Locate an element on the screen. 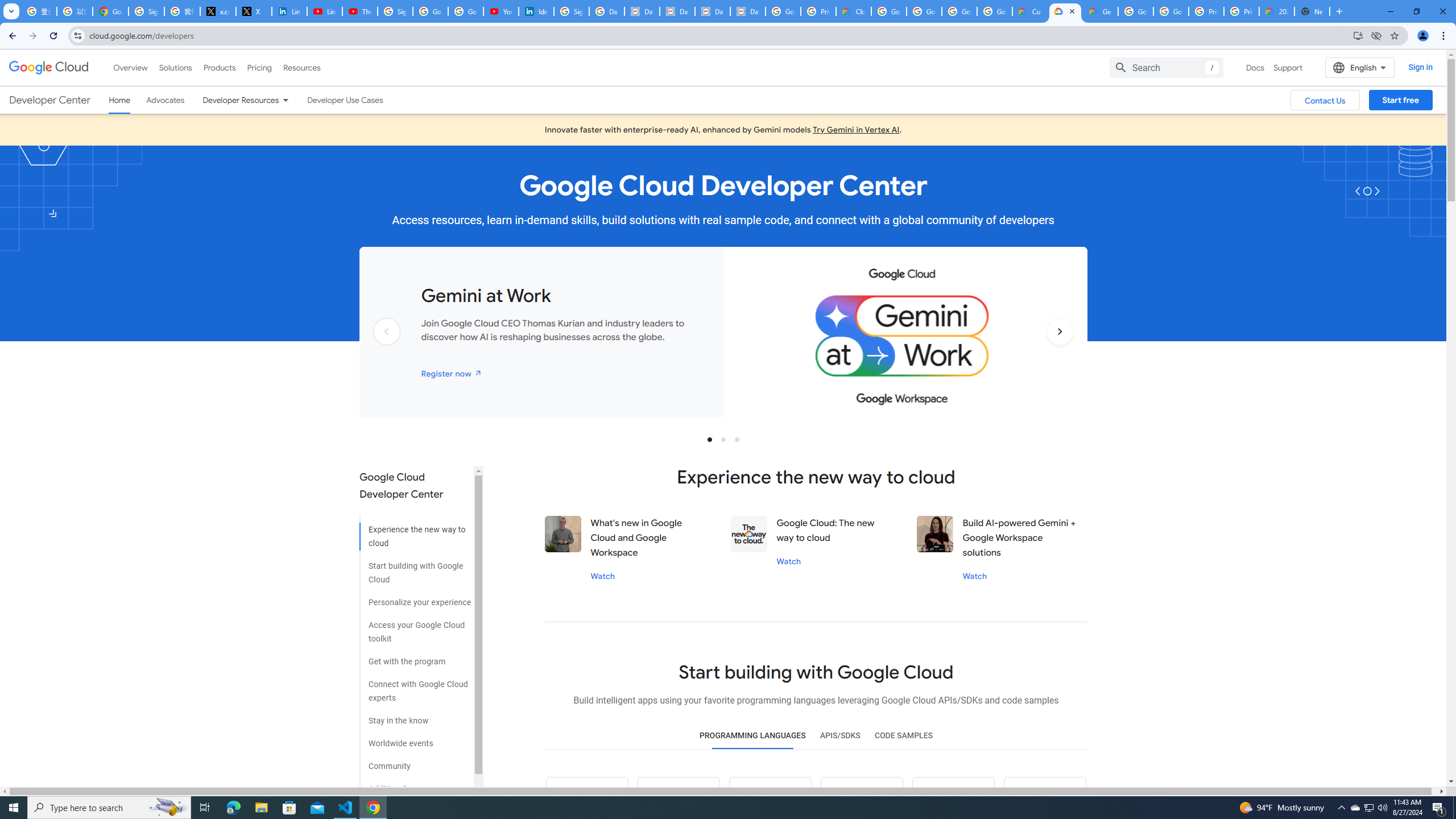  'PROGRAMMING LANGUAGES' is located at coordinates (752, 735).